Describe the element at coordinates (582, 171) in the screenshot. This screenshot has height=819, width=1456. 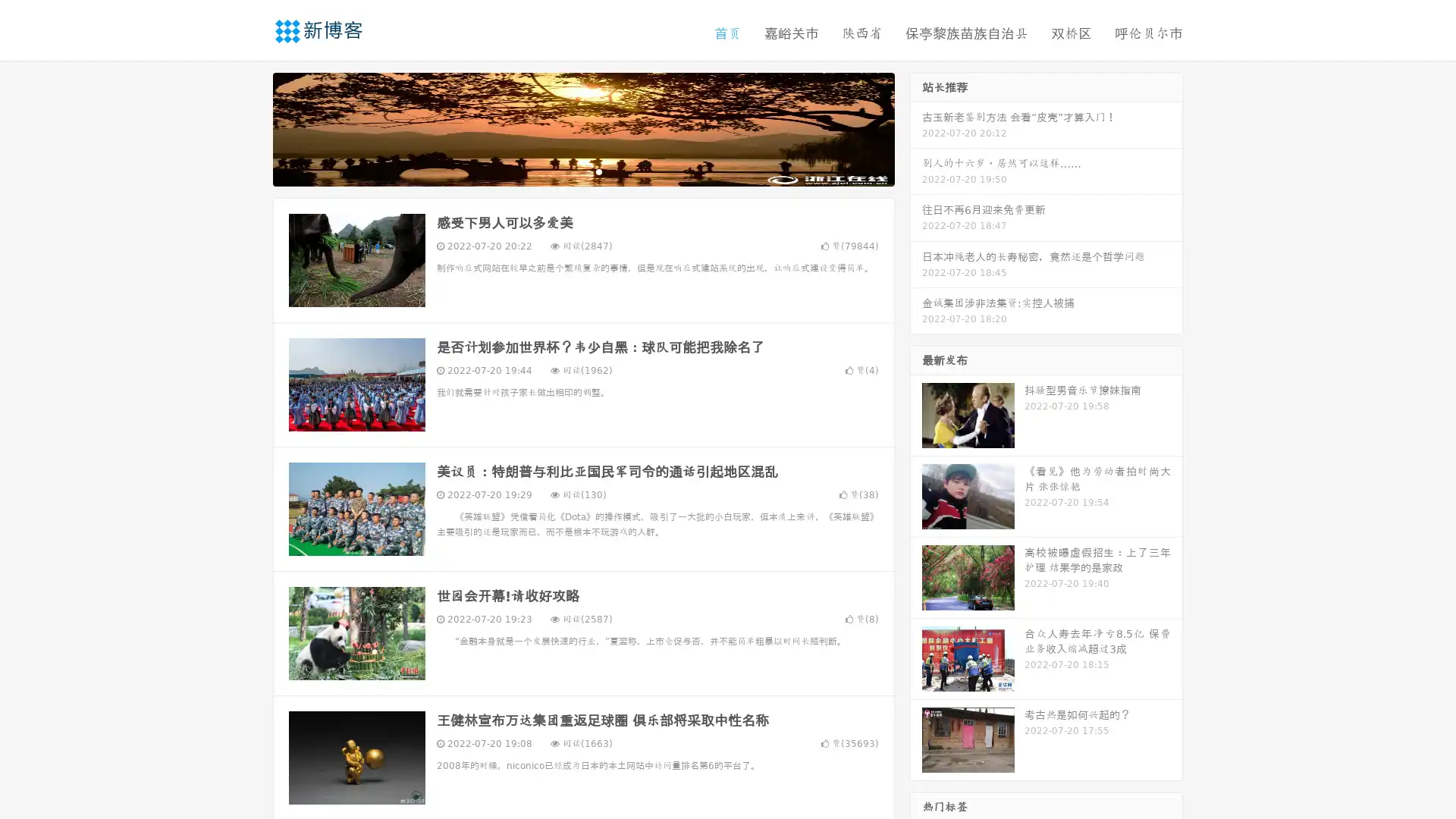
I see `Go to slide 2` at that location.